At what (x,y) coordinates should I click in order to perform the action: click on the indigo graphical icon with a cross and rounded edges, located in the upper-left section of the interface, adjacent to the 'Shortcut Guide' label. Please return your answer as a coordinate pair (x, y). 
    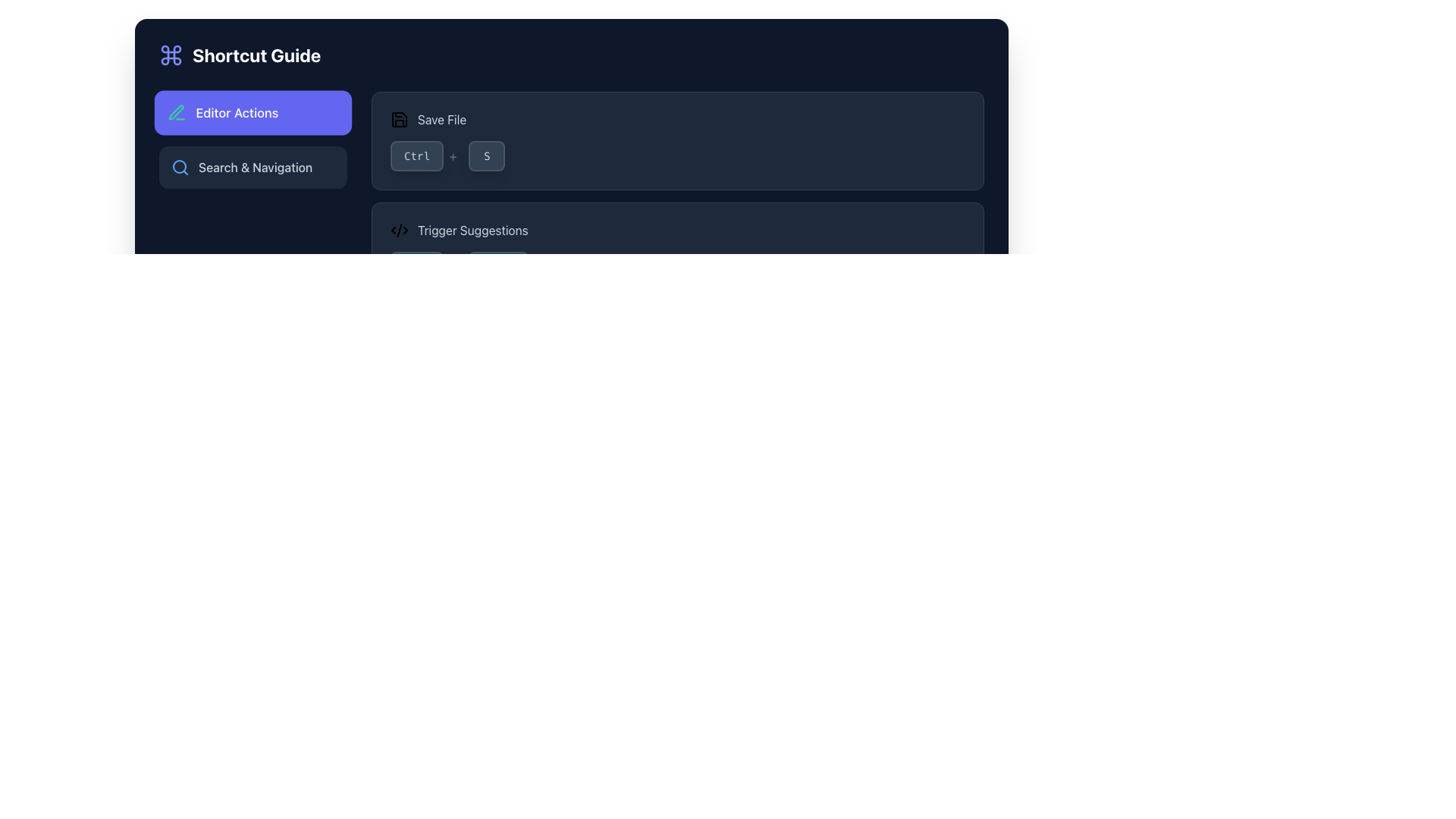
    Looking at the image, I should click on (171, 55).